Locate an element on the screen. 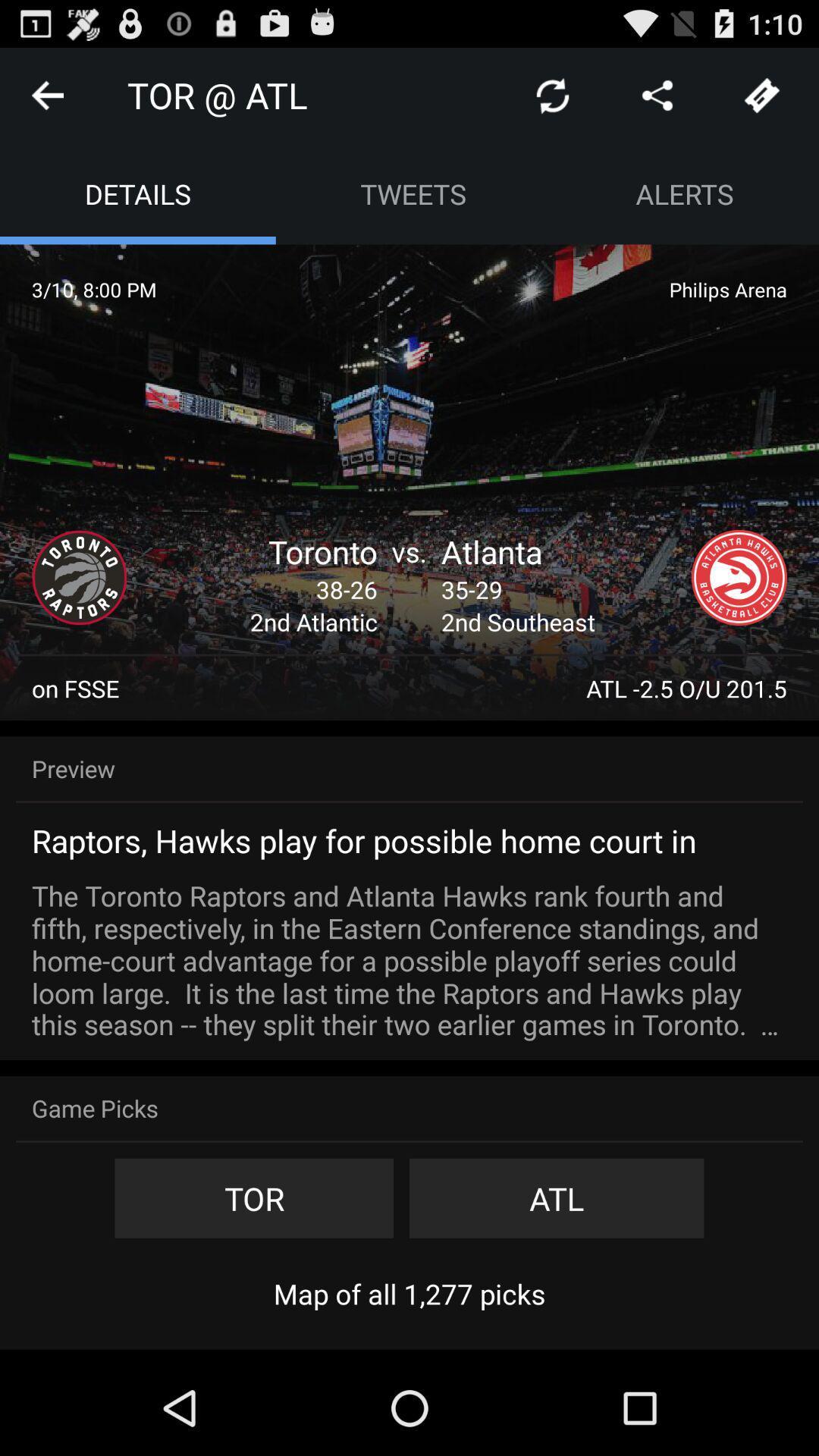 The height and width of the screenshot is (1456, 819). item next to the details item is located at coordinates (413, 193).